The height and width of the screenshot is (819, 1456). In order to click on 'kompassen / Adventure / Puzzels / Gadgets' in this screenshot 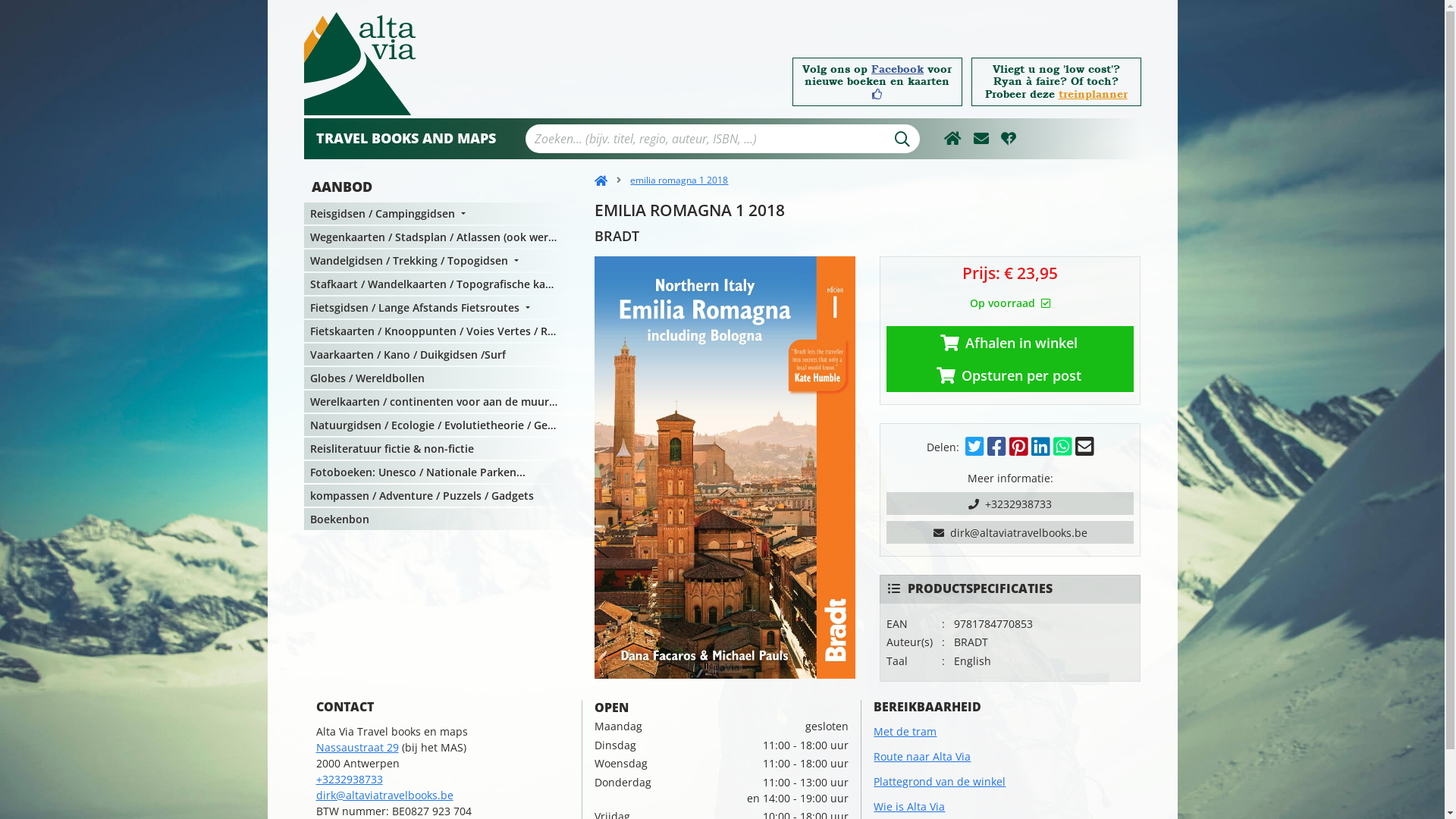, I will do `click(436, 495)`.